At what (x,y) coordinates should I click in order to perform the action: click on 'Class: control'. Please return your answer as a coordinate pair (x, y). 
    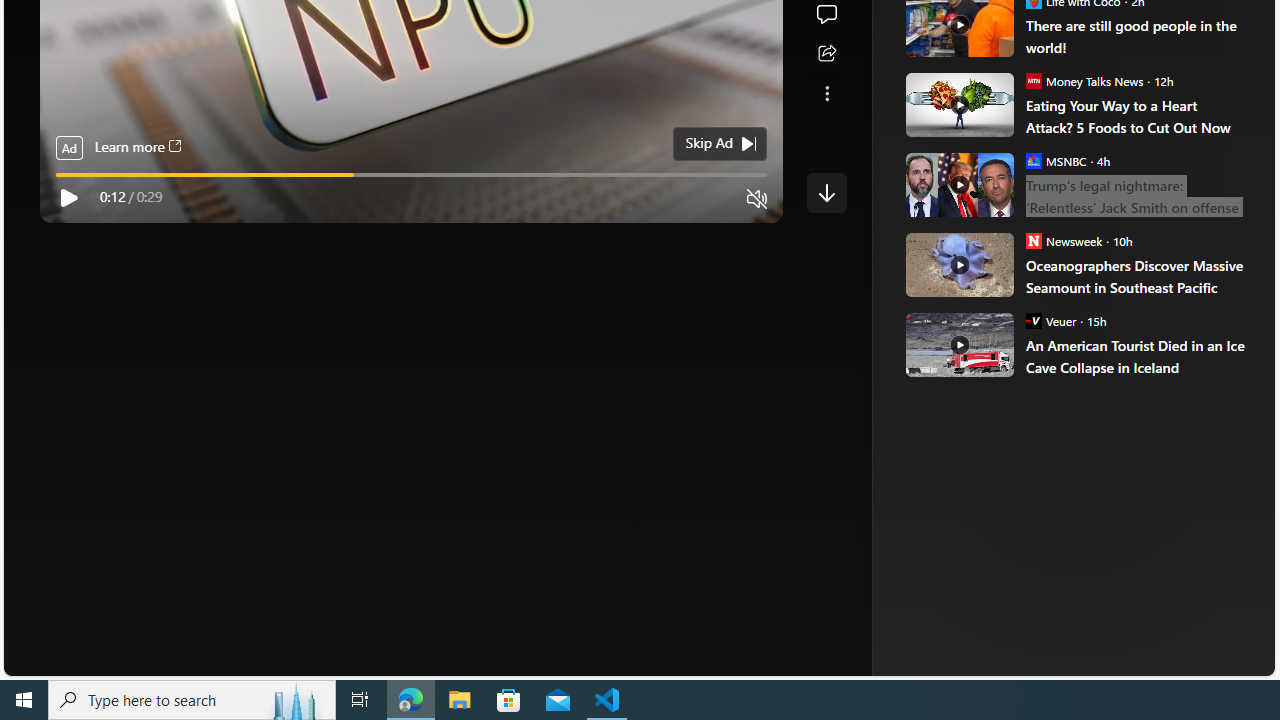
    Looking at the image, I should click on (826, 192).